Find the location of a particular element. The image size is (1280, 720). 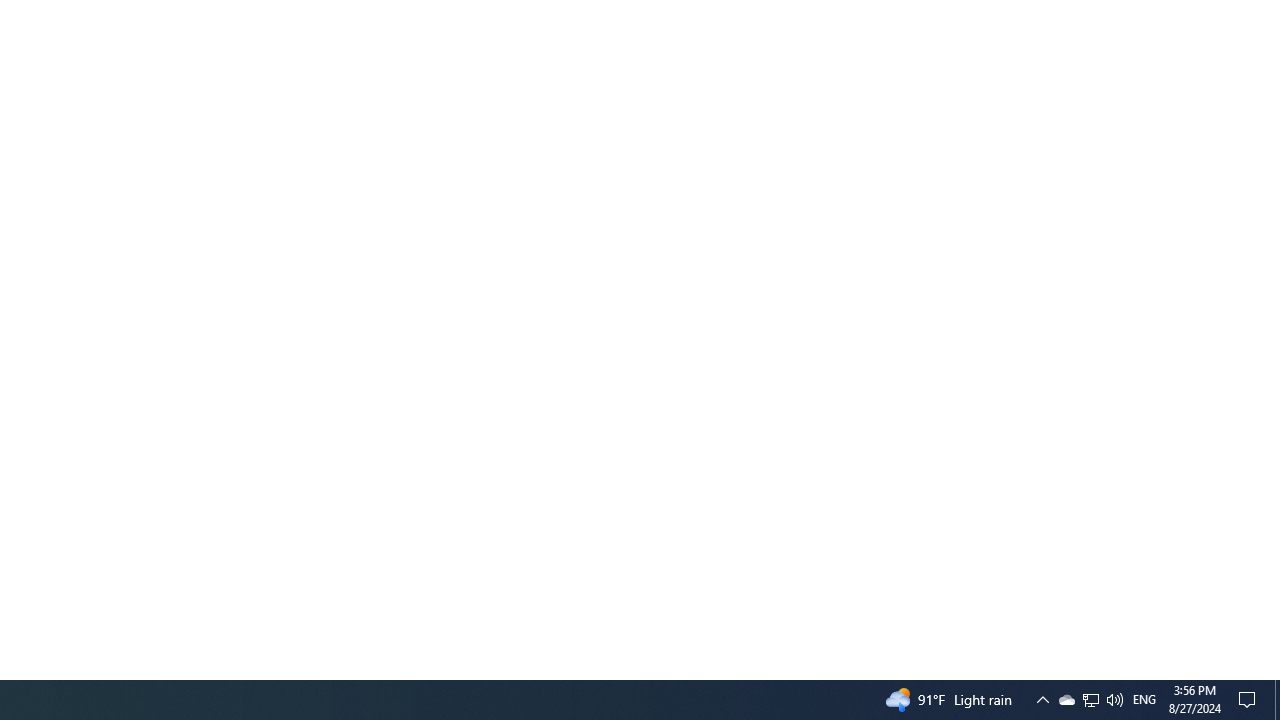

'Notification Chevron' is located at coordinates (1065, 698).